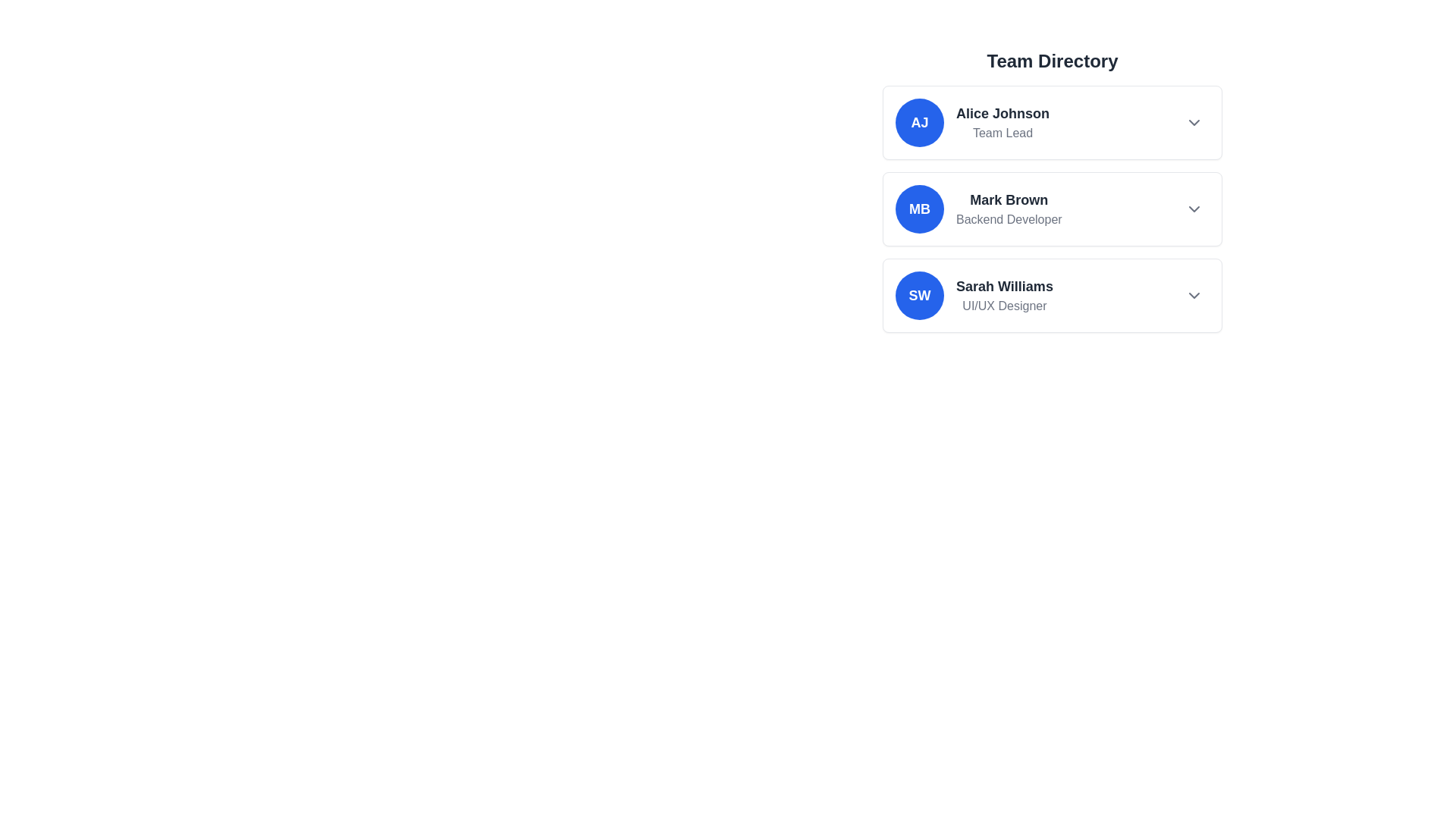 The width and height of the screenshot is (1456, 819). Describe the element at coordinates (978, 209) in the screenshot. I see `the second profile entry in the team member list, displaying the initials 'MB', located between 'Alice Johnson' and 'Sarah Williams'` at that location.